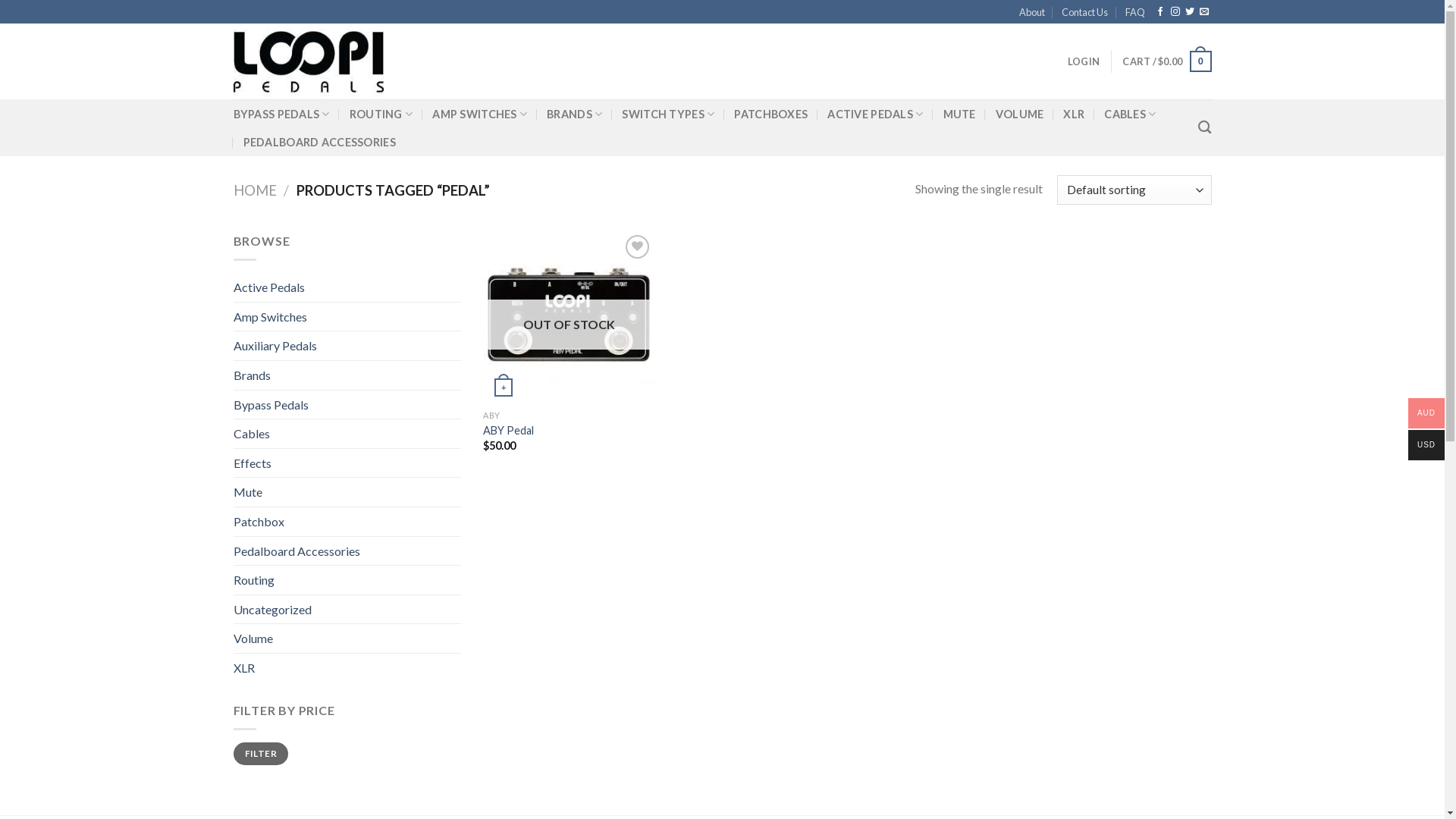 Image resolution: width=1456 pixels, height=819 pixels. Describe the element at coordinates (874, 113) in the screenshot. I see `'ACTIVE PEDALS'` at that location.